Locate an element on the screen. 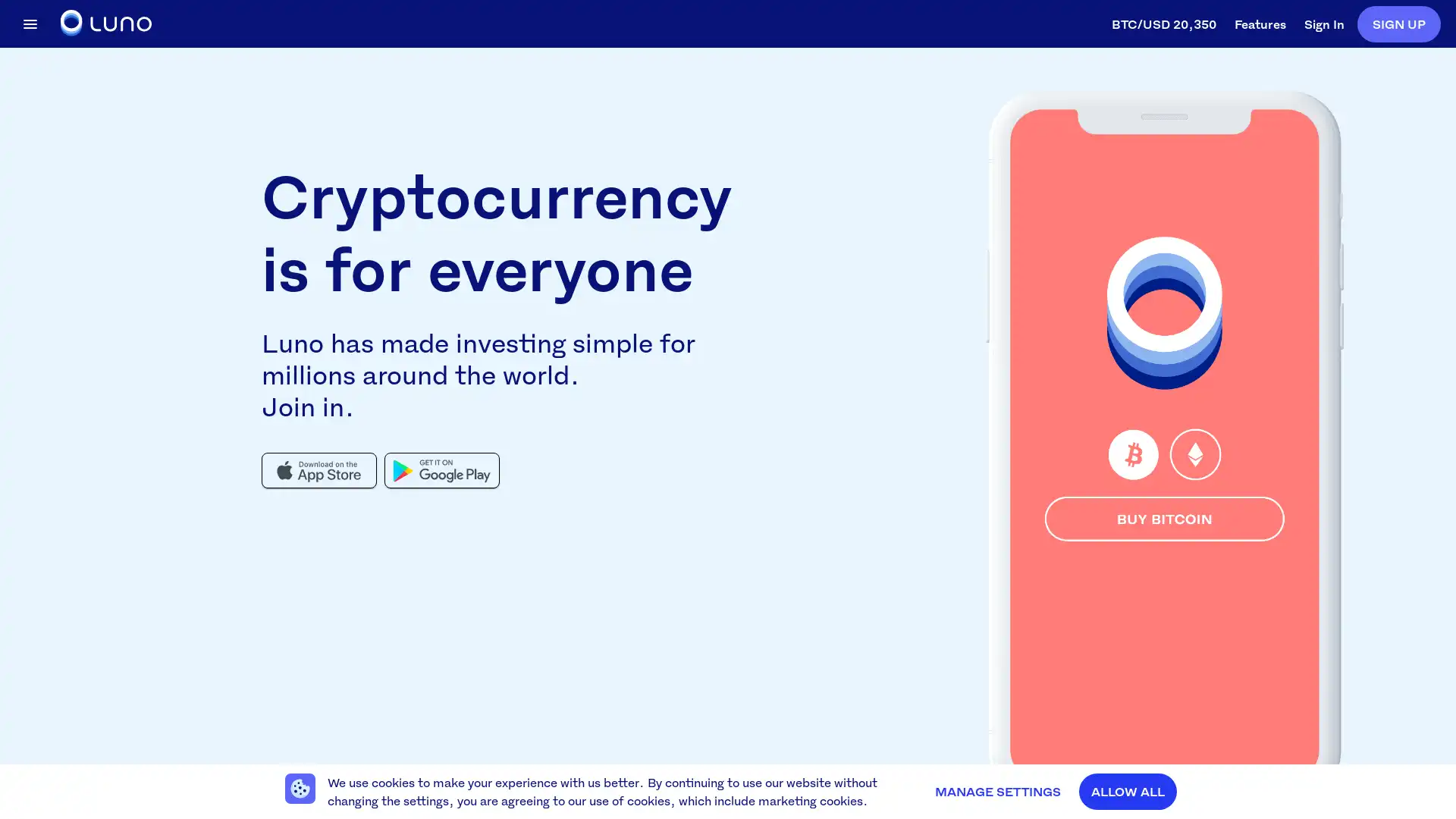 This screenshot has height=819, width=1456. MANAGE SETTINGS is located at coordinates (997, 791).